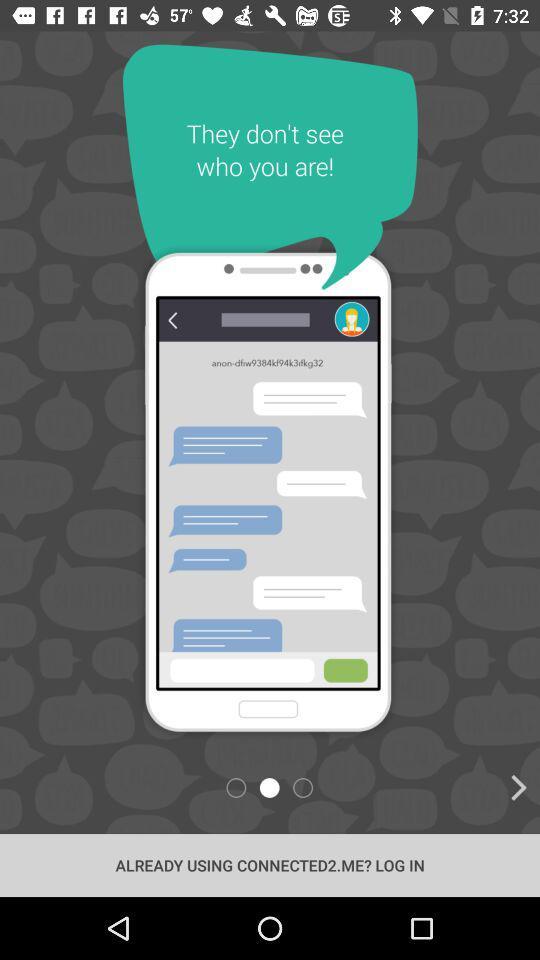  I want to click on item above already using connected2 icon, so click(116, 787).